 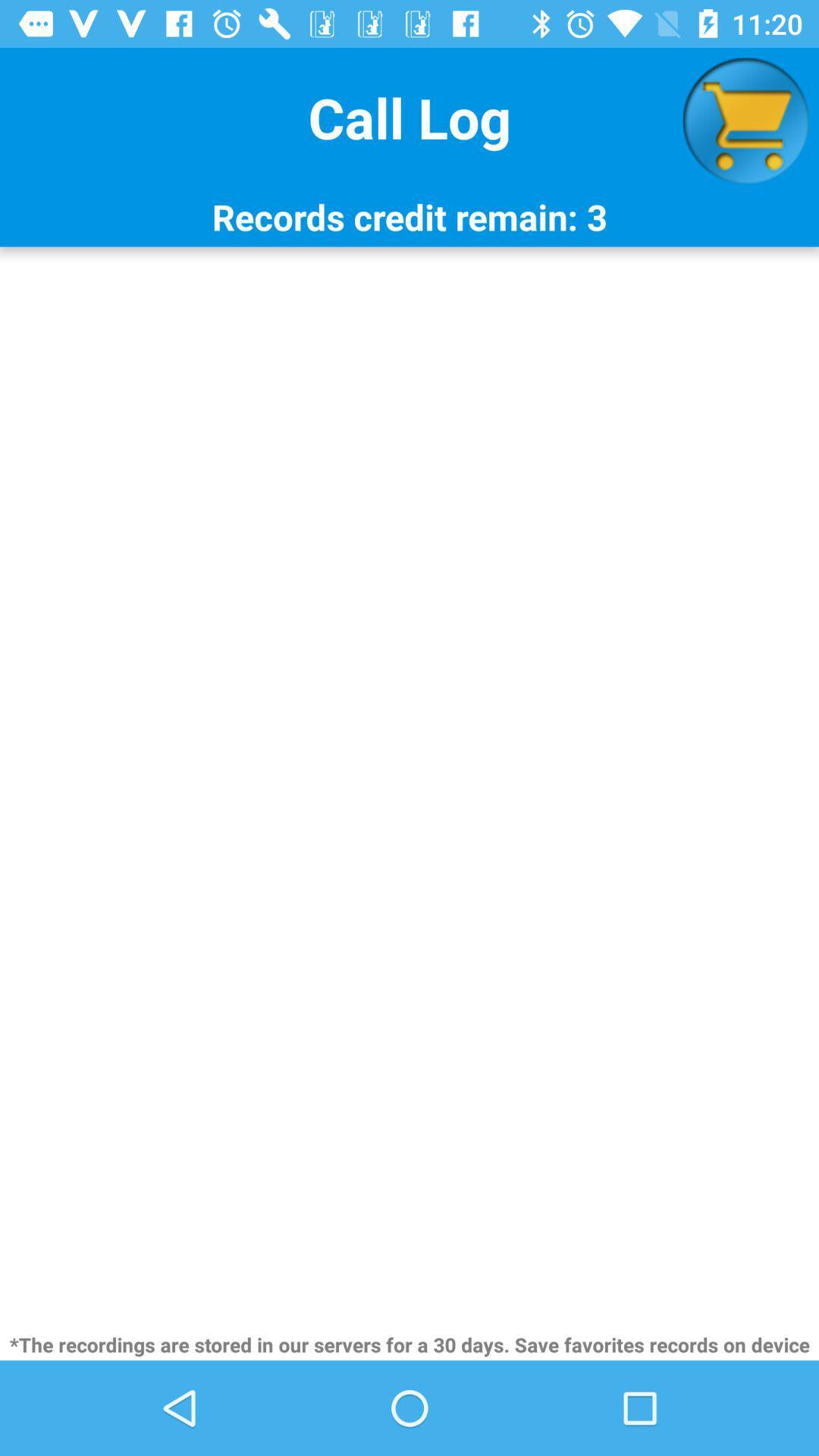 What do you see at coordinates (745, 120) in the screenshot?
I see `the cart icon` at bounding box center [745, 120].